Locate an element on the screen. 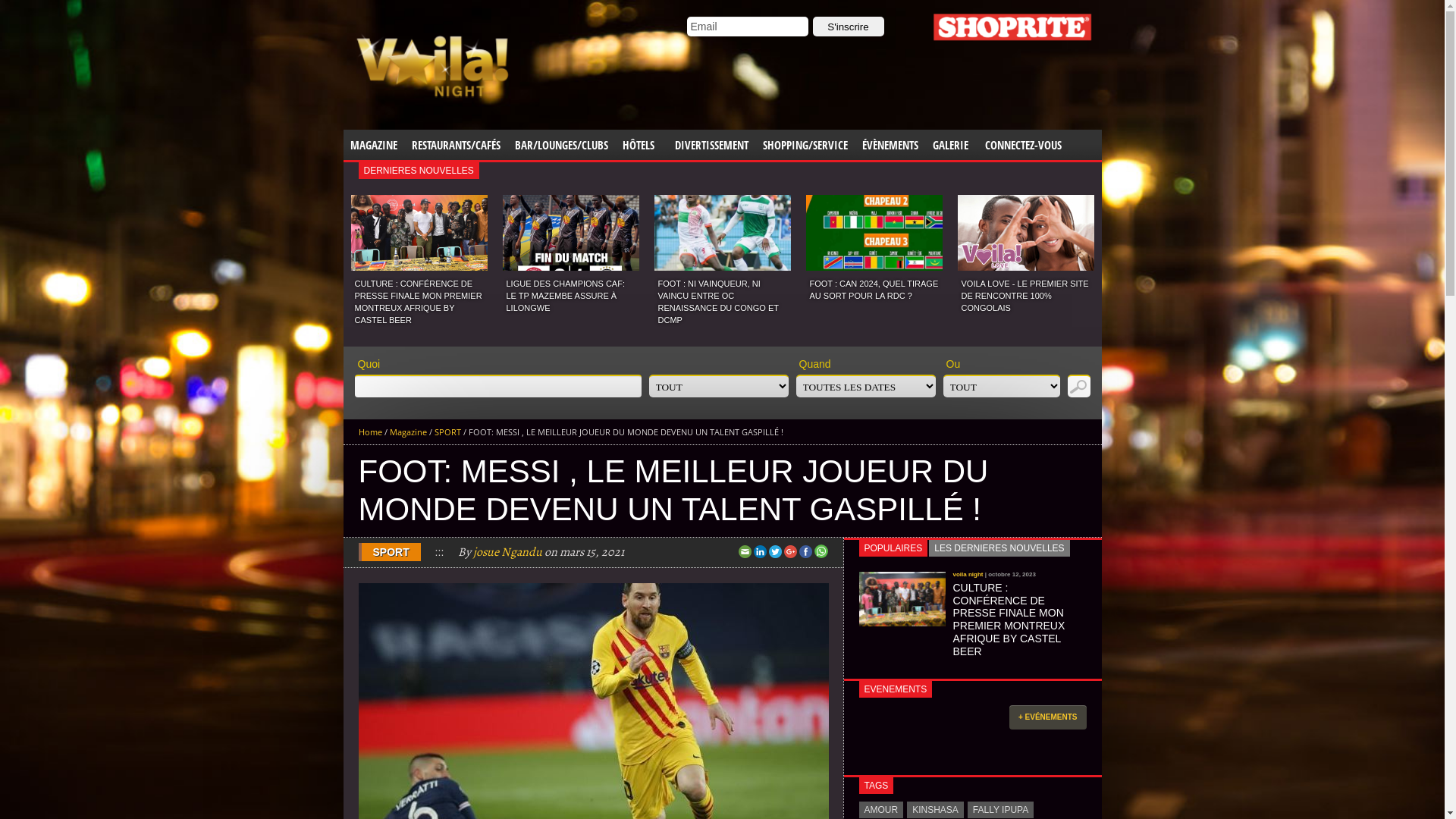 This screenshot has height=819, width=1456. 'DIVERTISSEMENT' is located at coordinates (710, 144).